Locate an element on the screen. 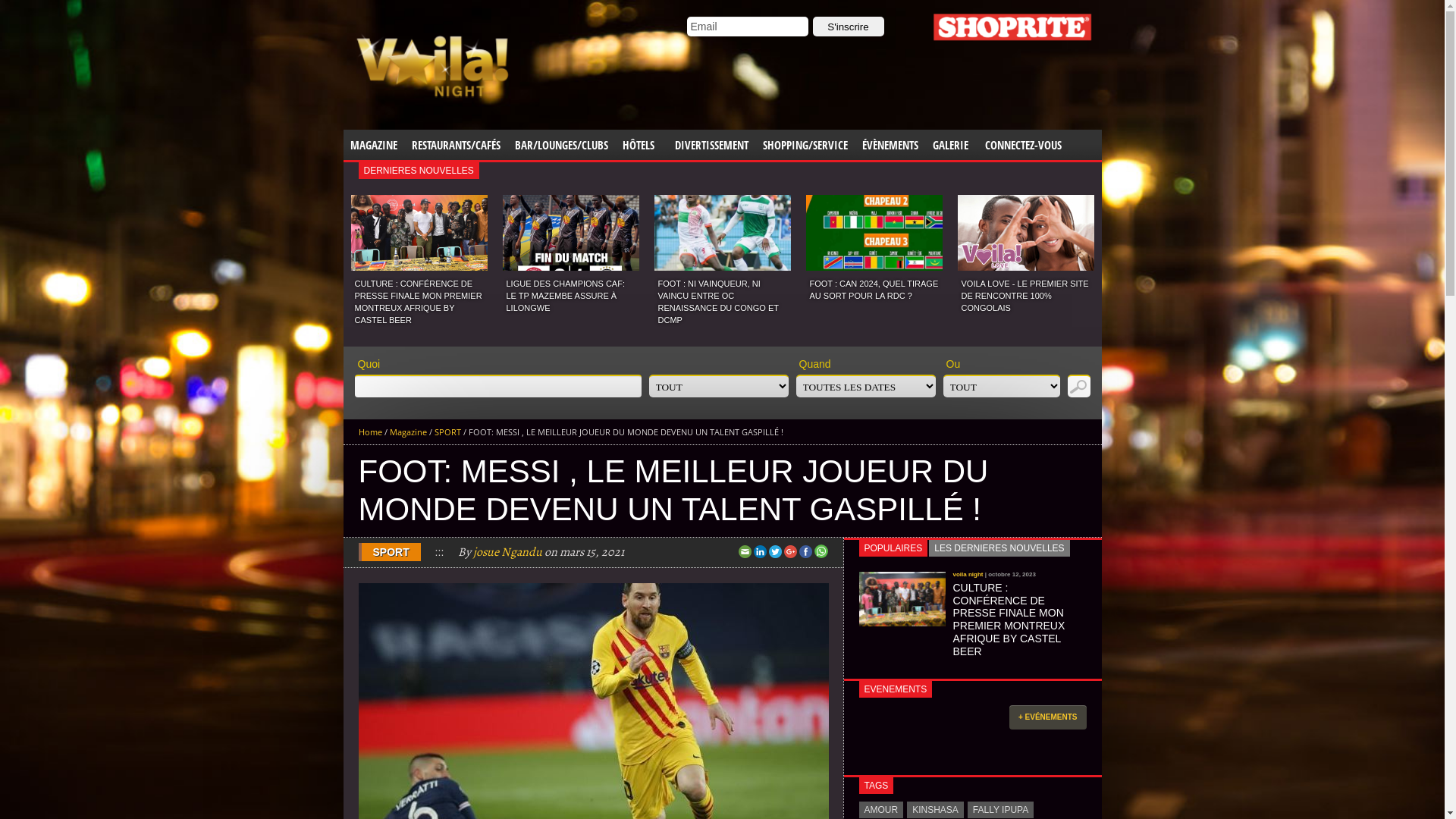 This screenshot has height=819, width=1456. 'DIVERTISSEMENT' is located at coordinates (710, 144).